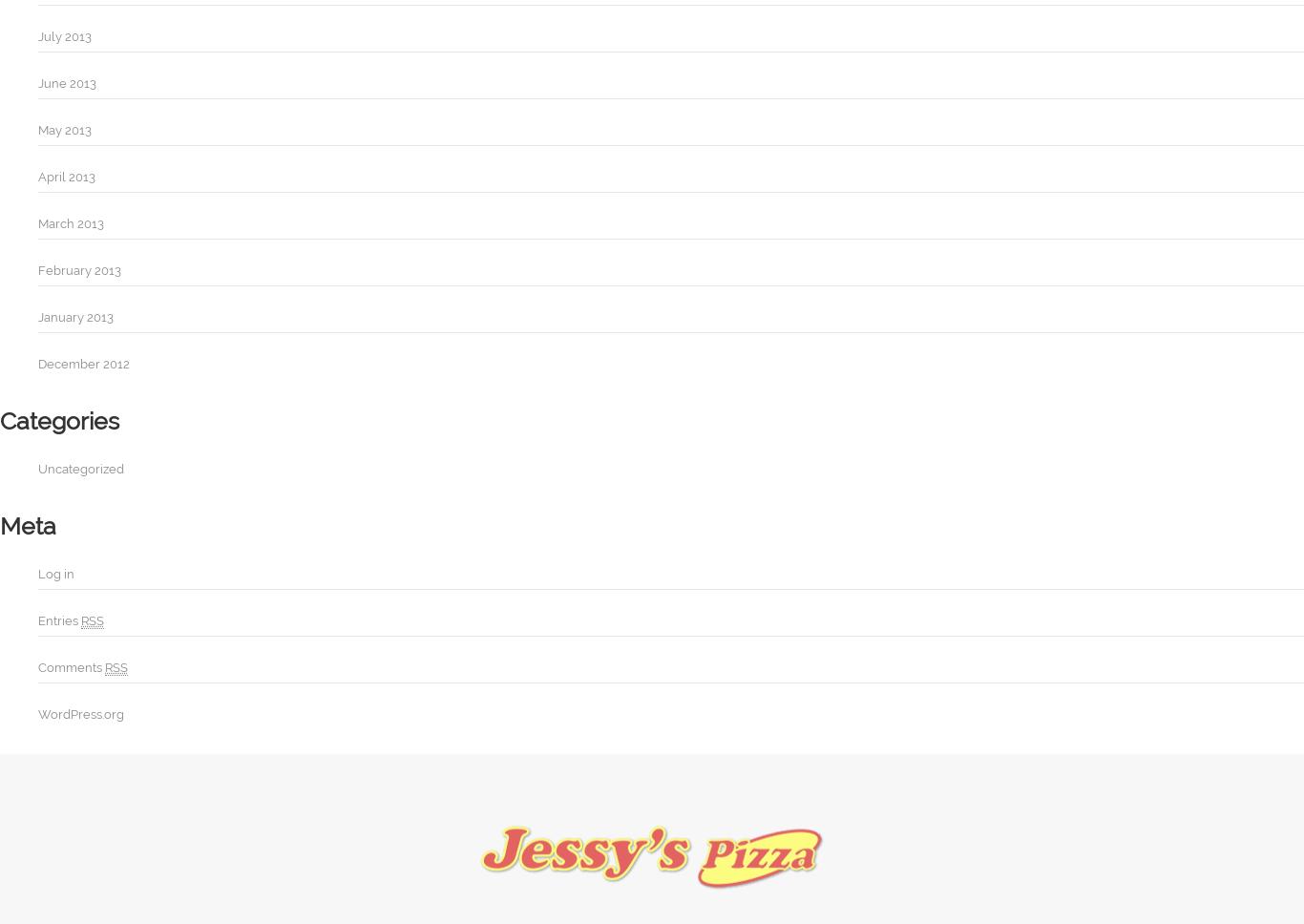 The width and height of the screenshot is (1304, 924). I want to click on 'February 2013', so click(79, 269).